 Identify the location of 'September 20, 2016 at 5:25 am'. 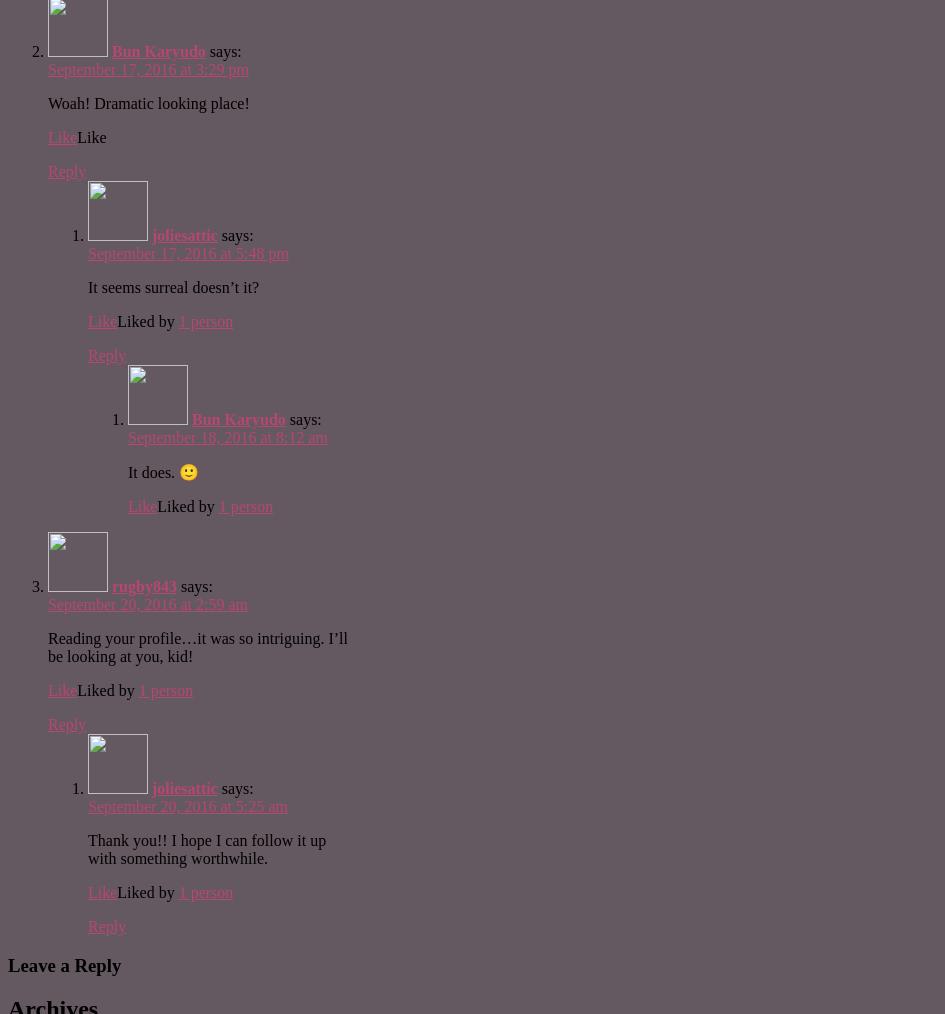
(187, 805).